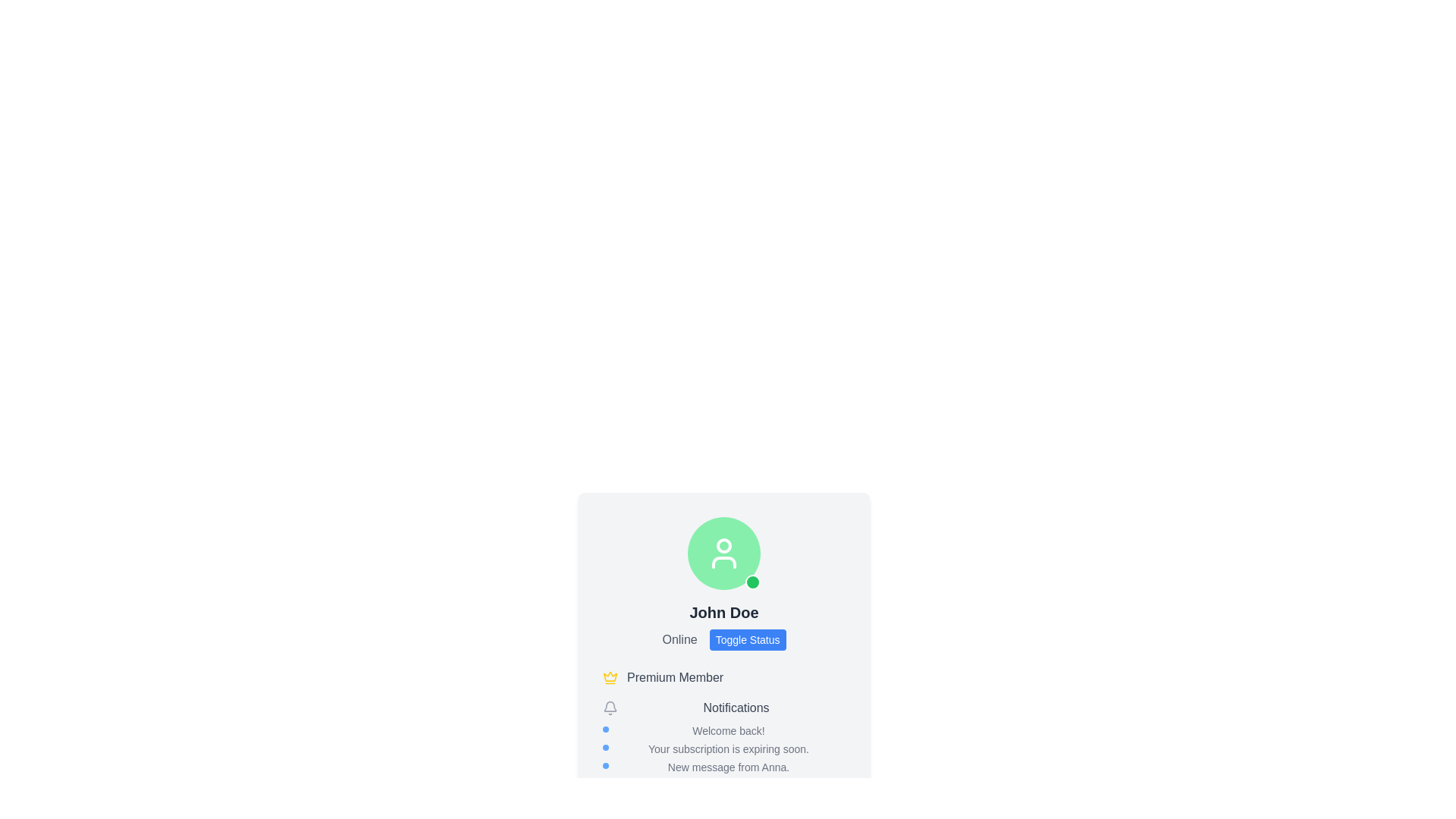 Image resolution: width=1456 pixels, height=819 pixels. What do you see at coordinates (723, 748) in the screenshot?
I see `the Text Label element that displays the notification message 'Your subscription is expiring soon.'` at bounding box center [723, 748].